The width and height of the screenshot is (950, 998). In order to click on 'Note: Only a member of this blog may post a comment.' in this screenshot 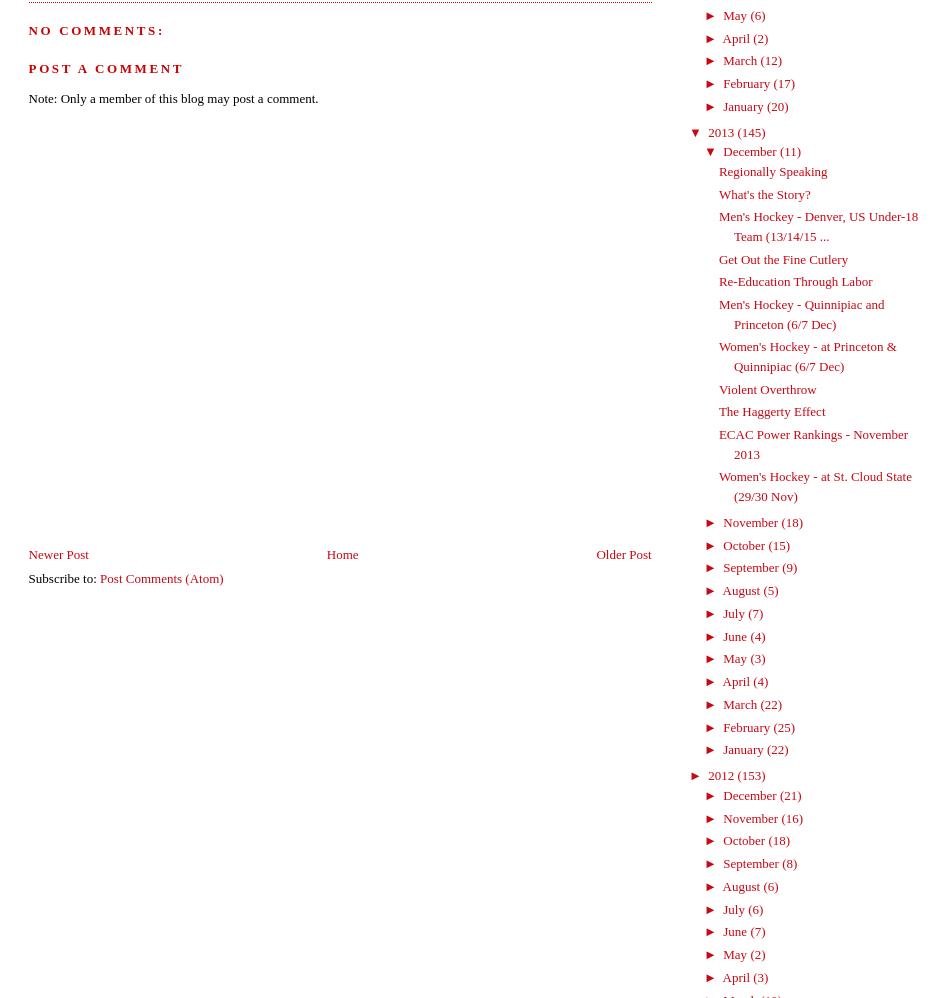, I will do `click(172, 96)`.